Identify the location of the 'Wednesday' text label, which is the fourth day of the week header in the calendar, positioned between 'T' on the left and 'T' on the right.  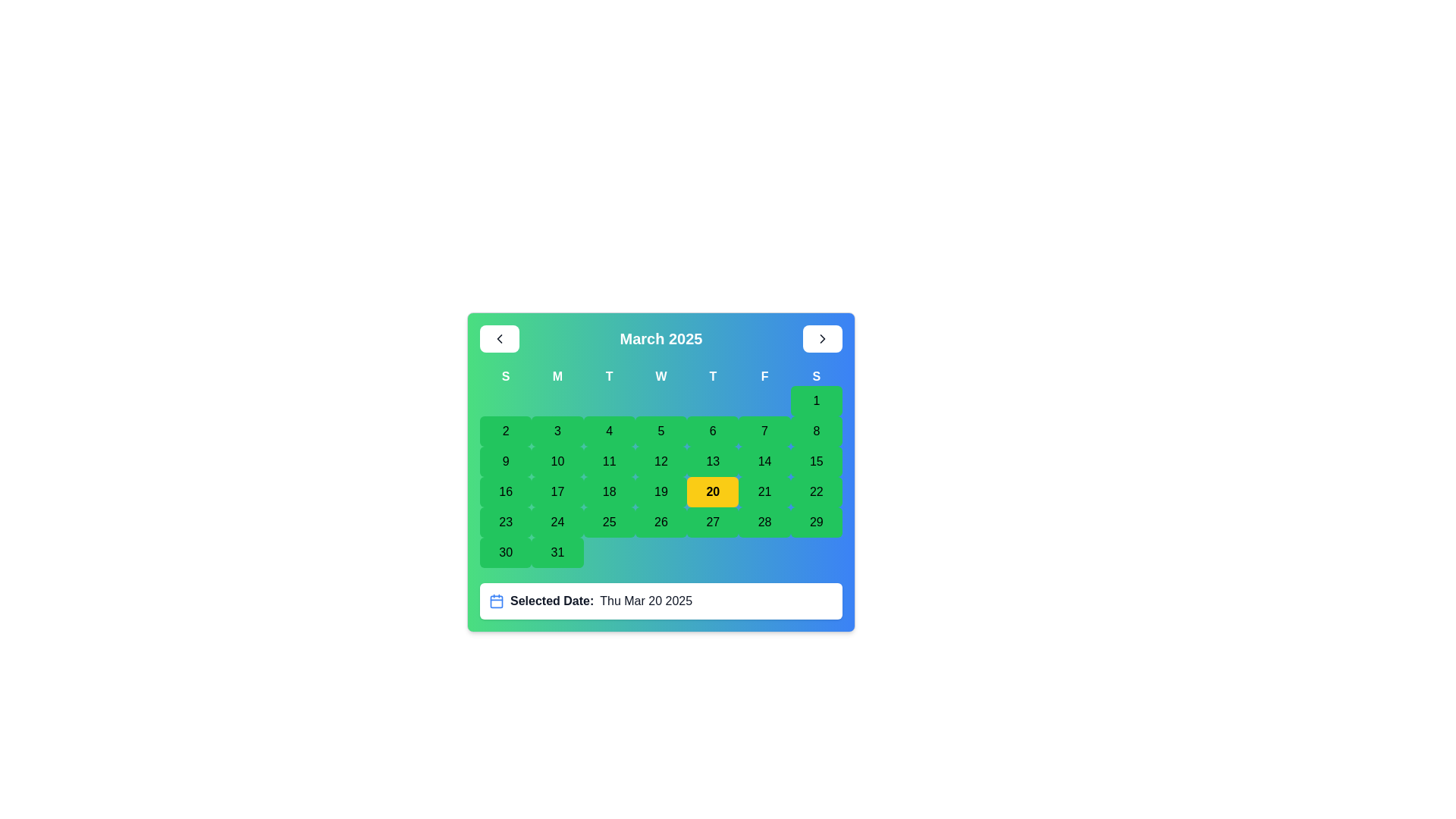
(661, 376).